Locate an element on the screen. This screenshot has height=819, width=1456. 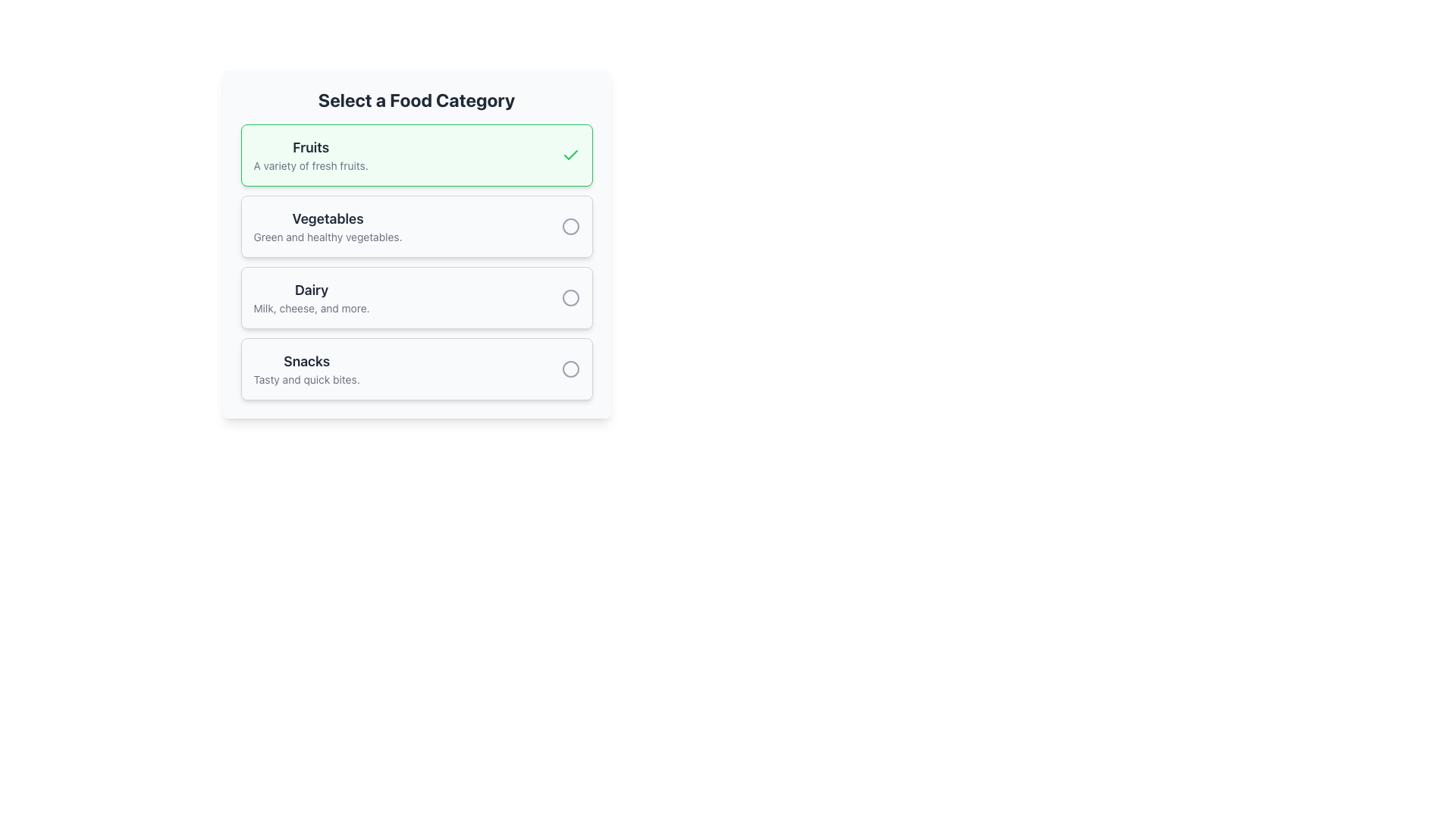
the 'Snacks' category button, which is the last item in a vertical list under 'Select a Food Category' is located at coordinates (416, 369).